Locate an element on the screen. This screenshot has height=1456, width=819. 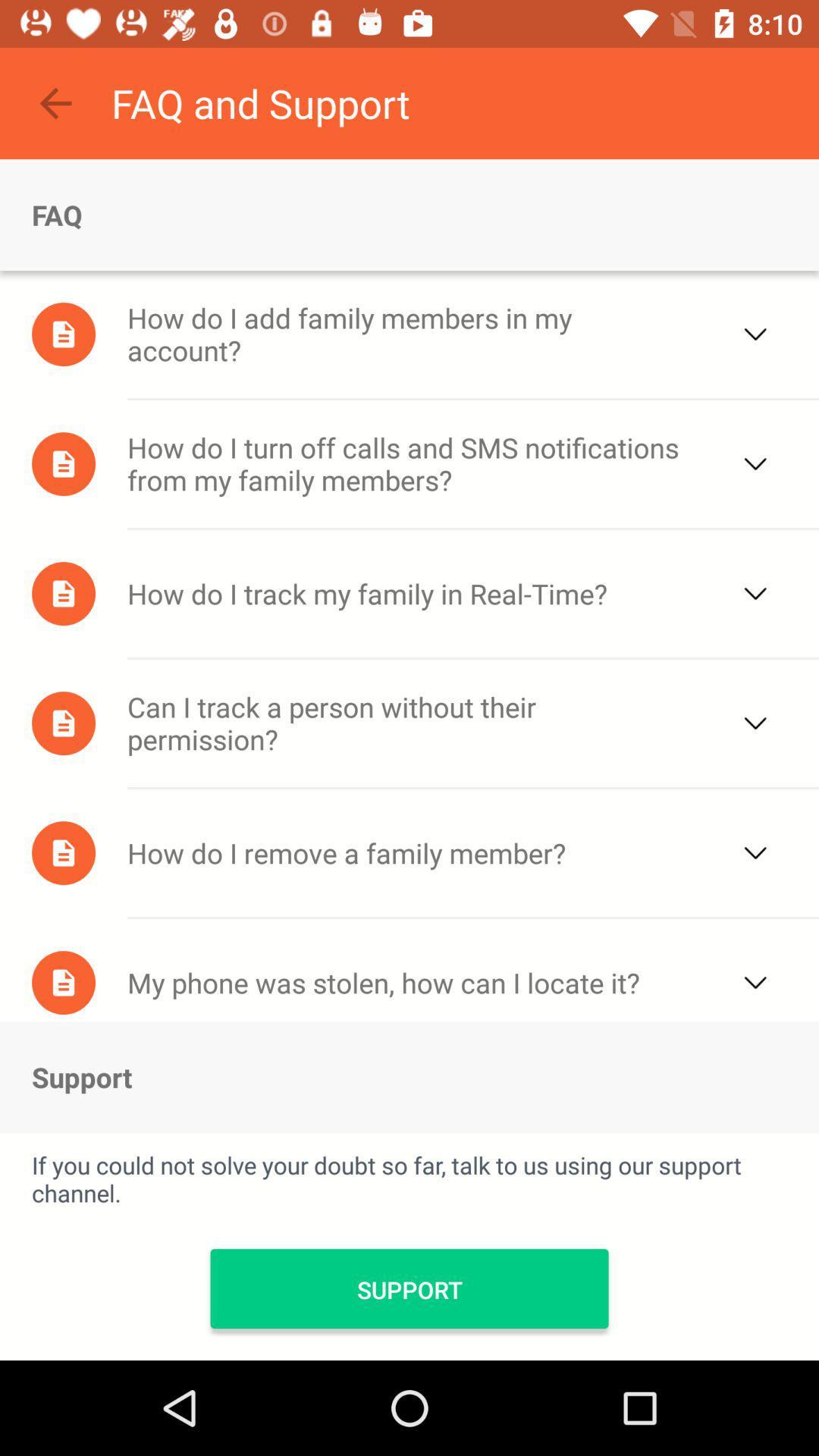
the item above faq item is located at coordinates (55, 102).